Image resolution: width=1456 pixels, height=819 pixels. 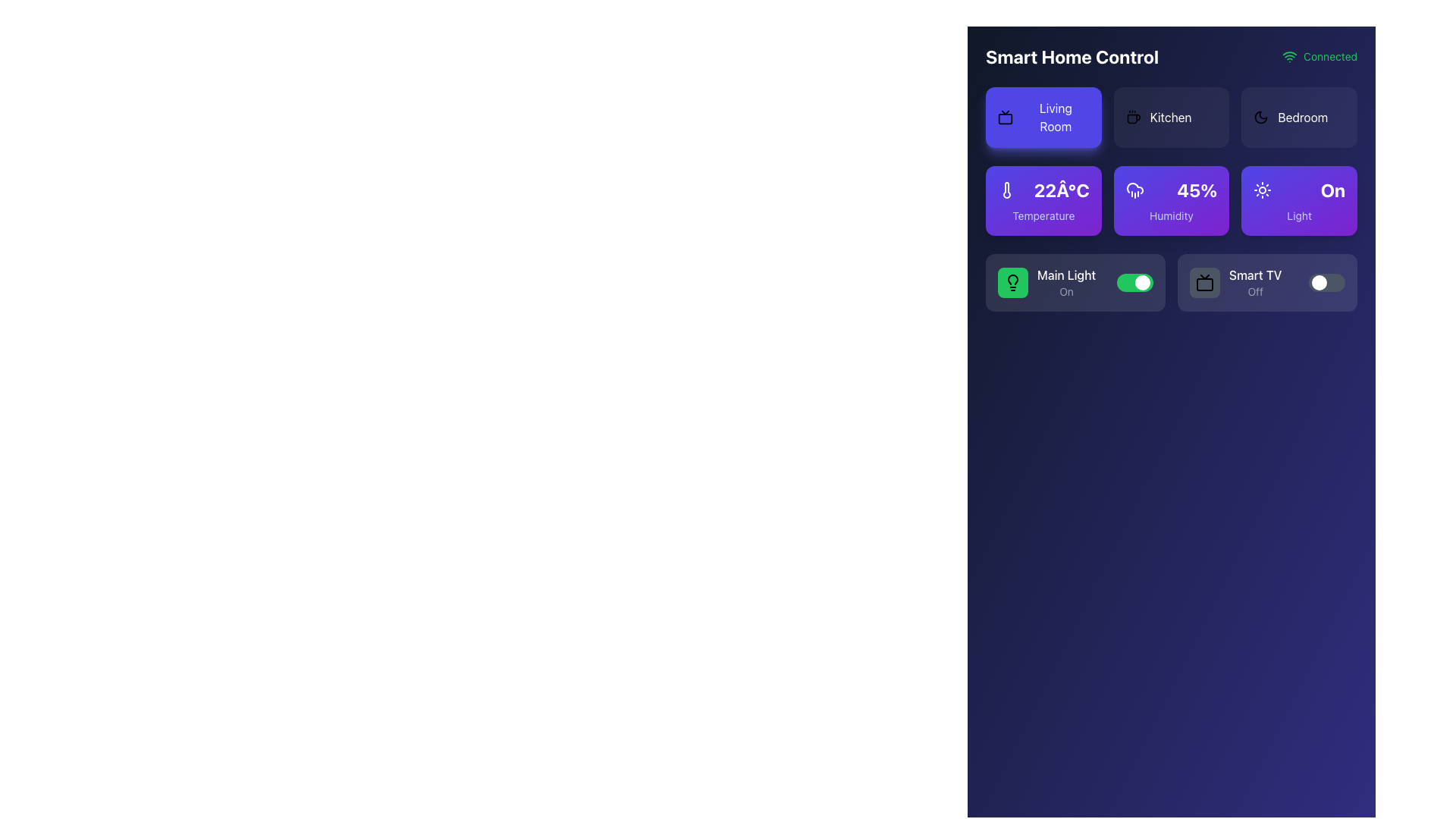 What do you see at coordinates (1267, 283) in the screenshot?
I see `the toggle switch of the 'Smart TV' device control toggle with status display to change its state` at bounding box center [1267, 283].